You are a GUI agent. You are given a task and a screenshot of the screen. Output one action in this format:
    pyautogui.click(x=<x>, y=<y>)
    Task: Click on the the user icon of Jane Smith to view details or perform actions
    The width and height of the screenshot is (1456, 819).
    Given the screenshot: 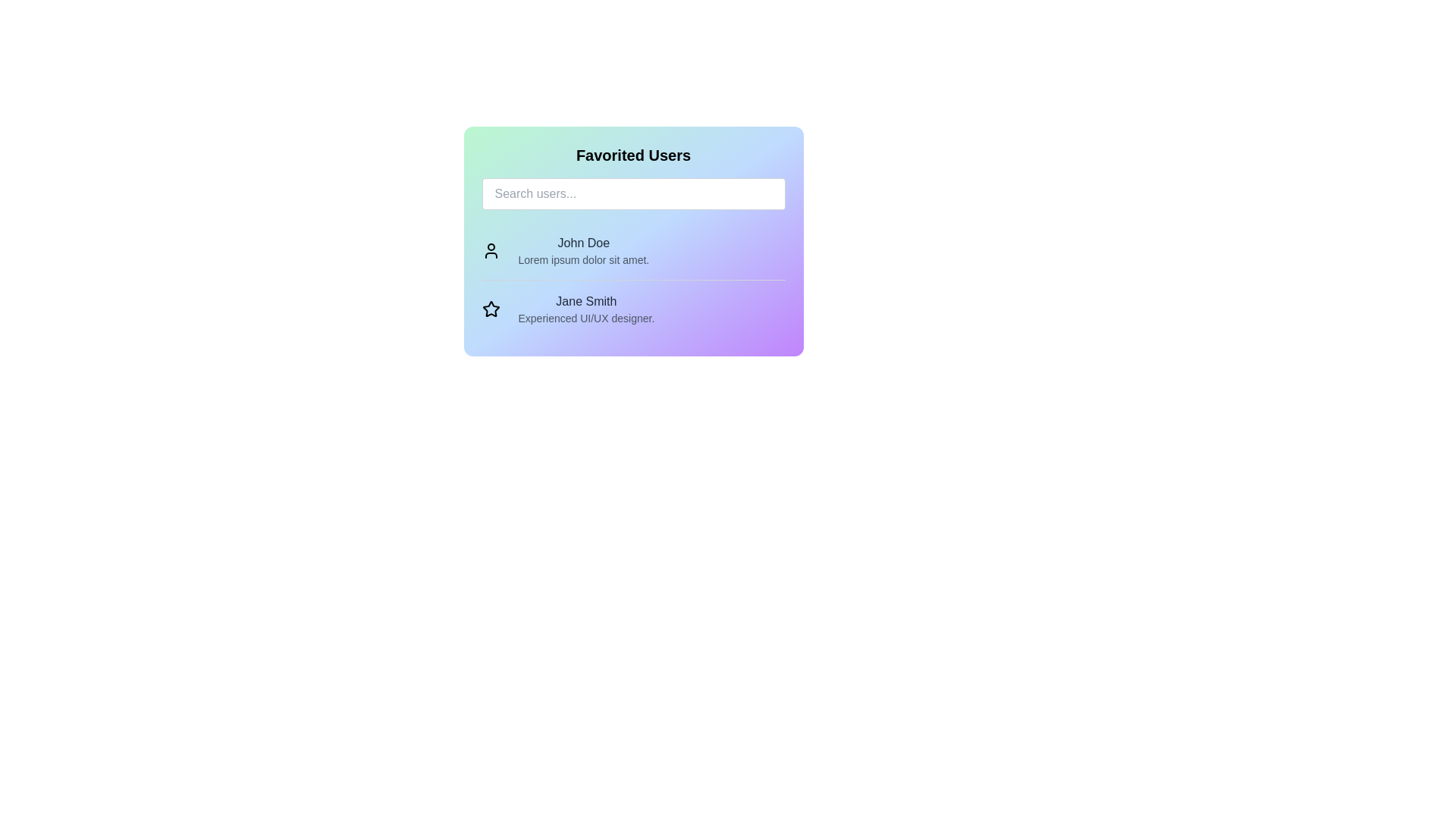 What is the action you would take?
    pyautogui.click(x=491, y=309)
    